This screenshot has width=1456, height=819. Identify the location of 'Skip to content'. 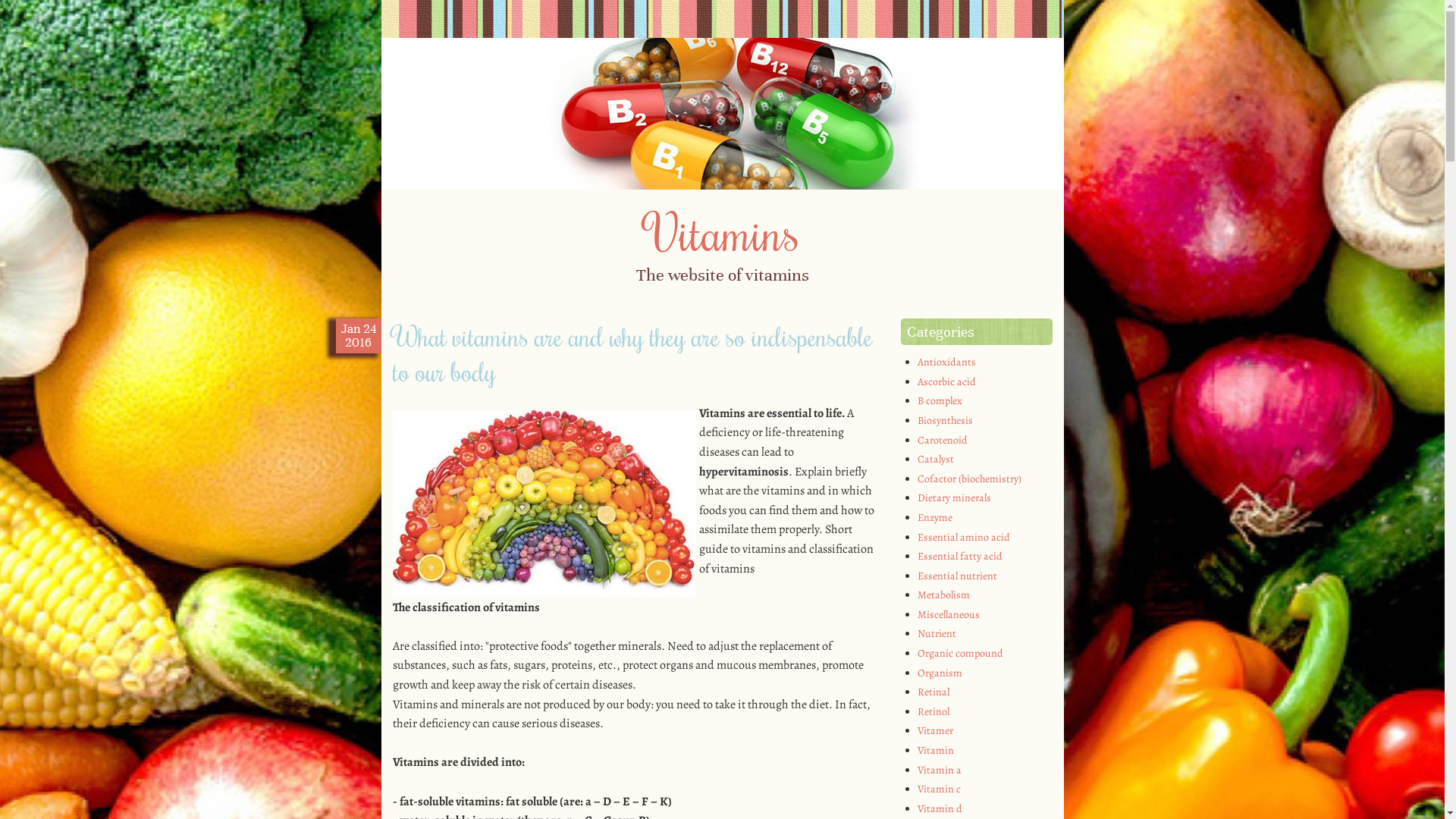
(381, 313).